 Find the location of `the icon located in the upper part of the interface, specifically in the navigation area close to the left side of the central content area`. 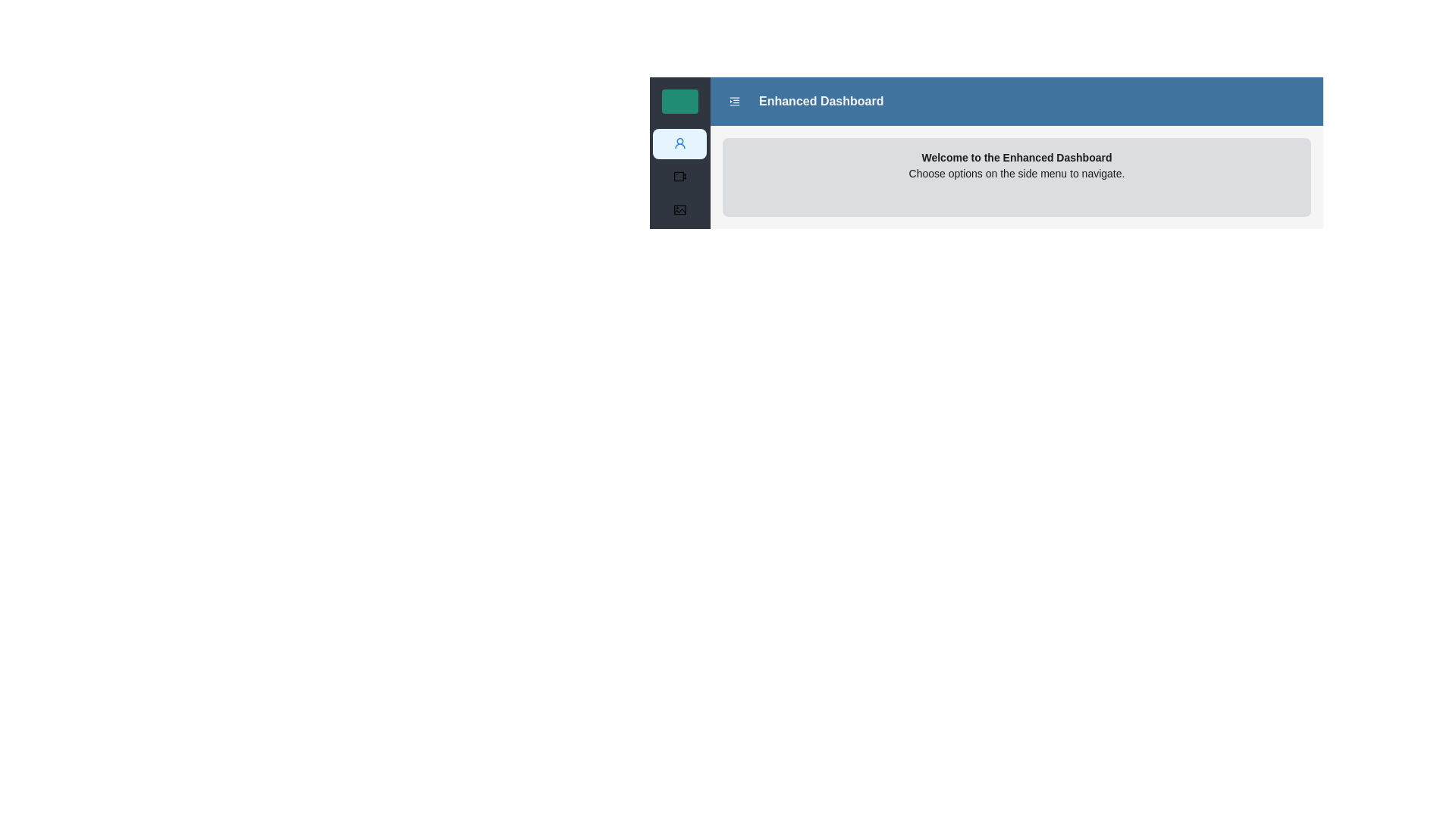

the icon located in the upper part of the interface, specifically in the navigation area close to the left side of the central content area is located at coordinates (735, 101).